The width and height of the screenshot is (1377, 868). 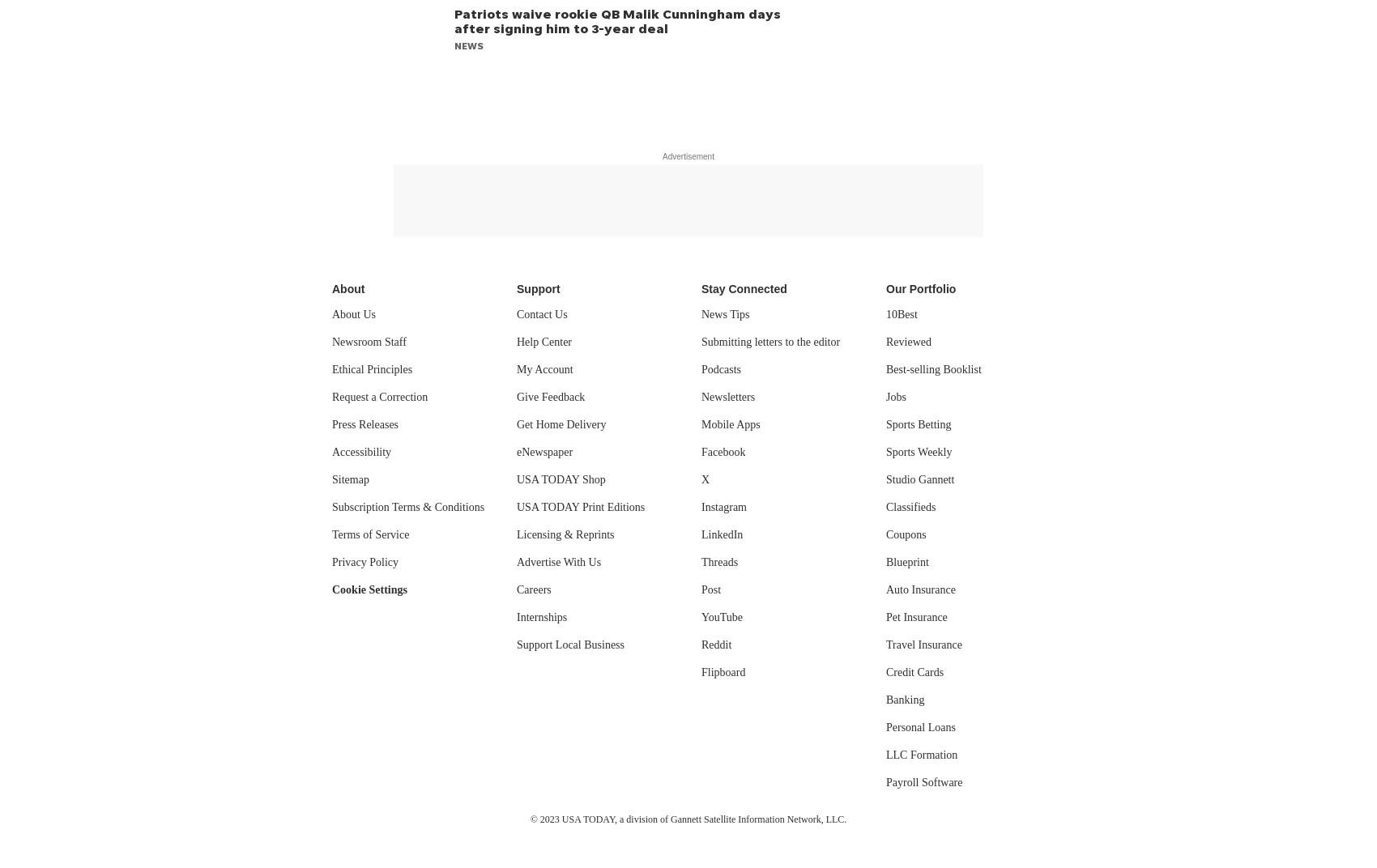 What do you see at coordinates (721, 368) in the screenshot?
I see `'Podcasts'` at bounding box center [721, 368].